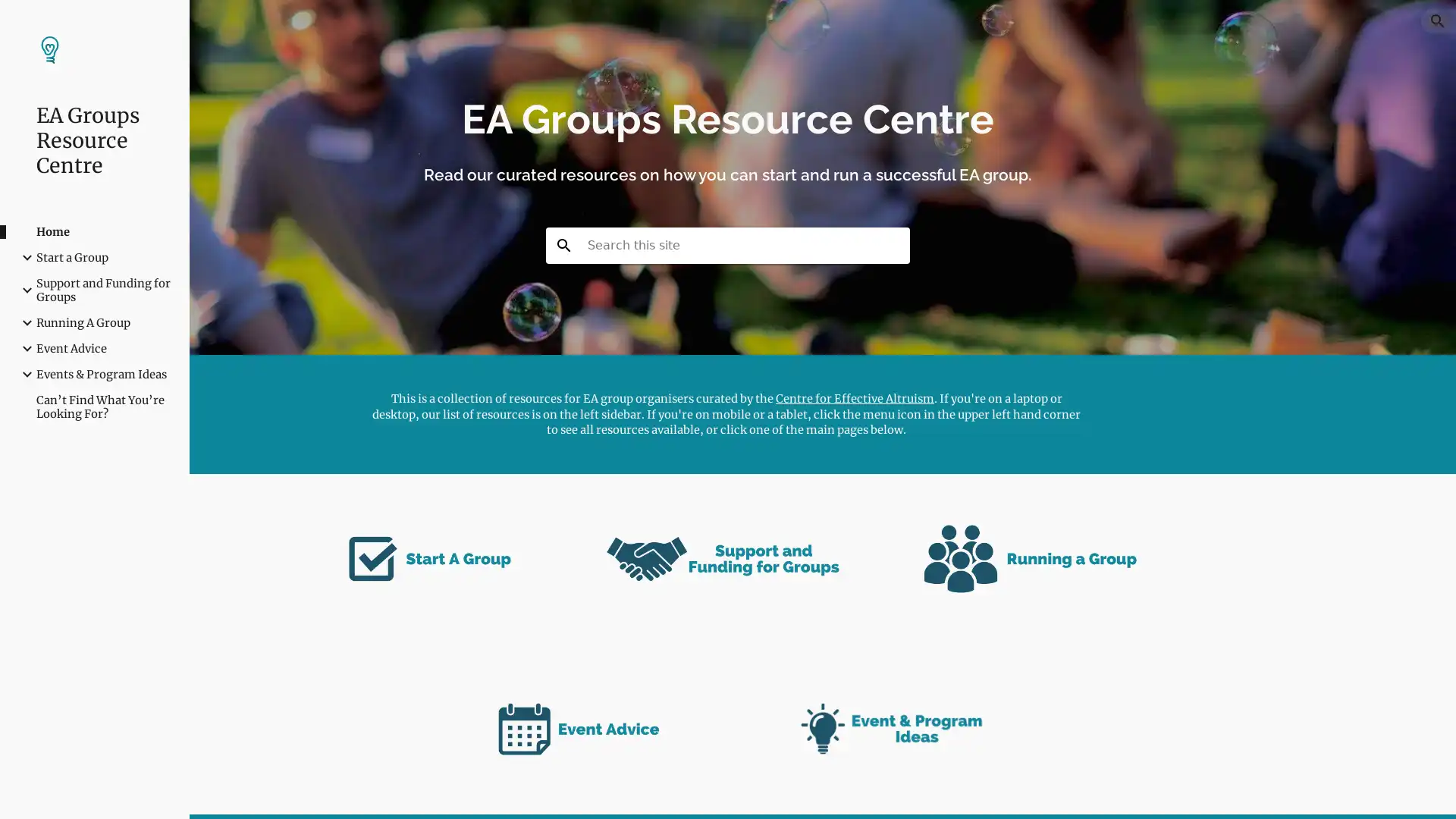 The image size is (1456, 819). I want to click on Site actions, so click(216, 792).